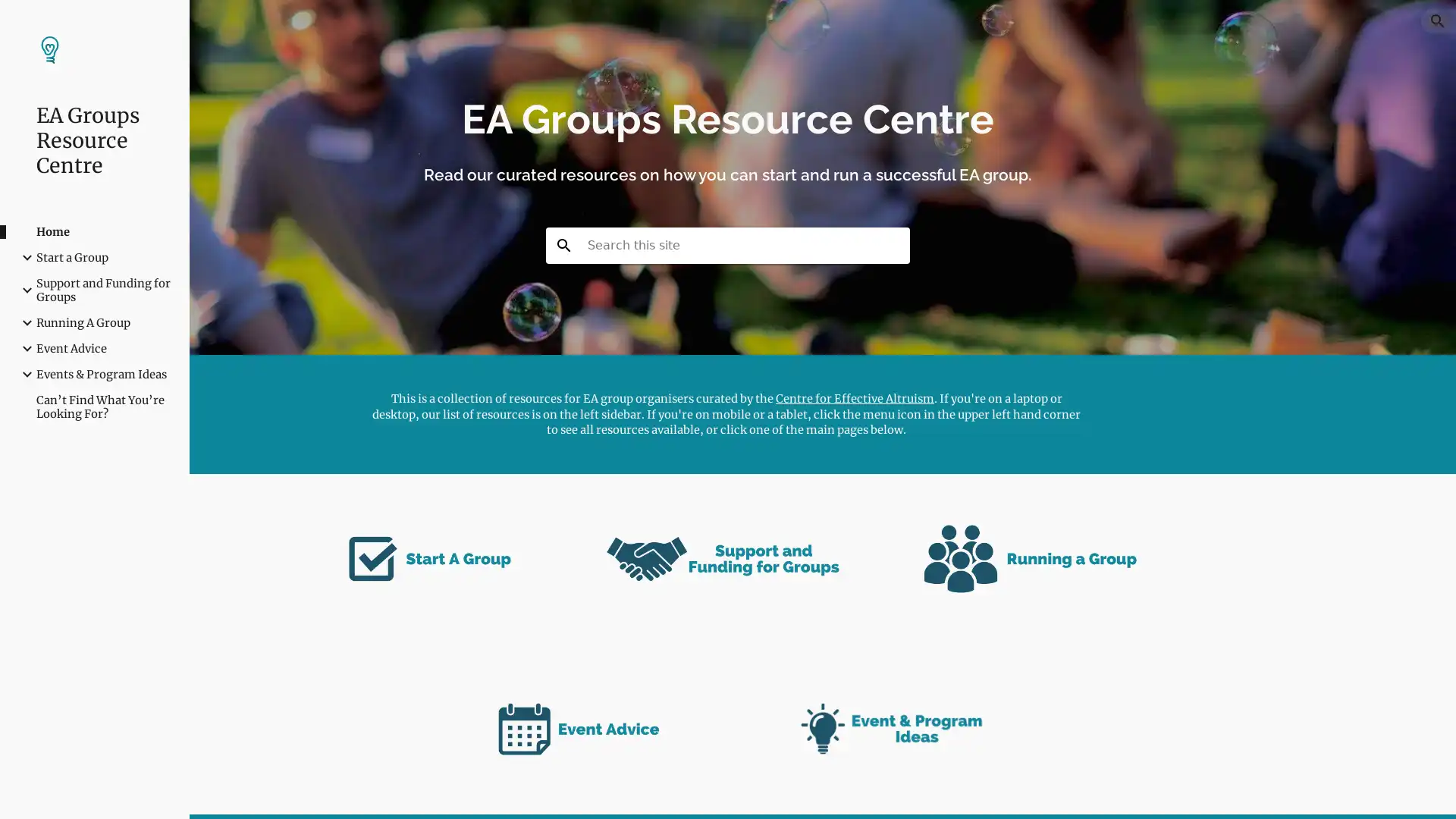 The image size is (1456, 819). I want to click on Site actions, so click(216, 792).